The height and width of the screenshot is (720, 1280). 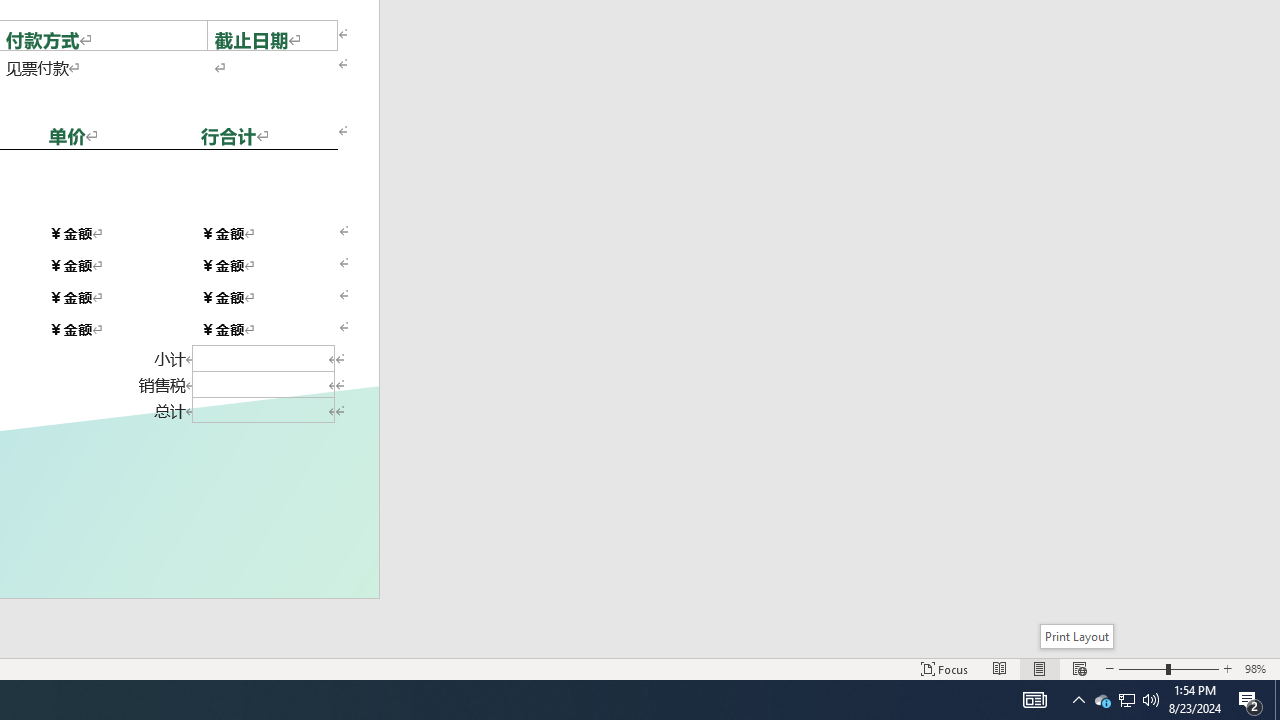 What do you see at coordinates (1168, 669) in the screenshot?
I see `'Zoom'` at bounding box center [1168, 669].